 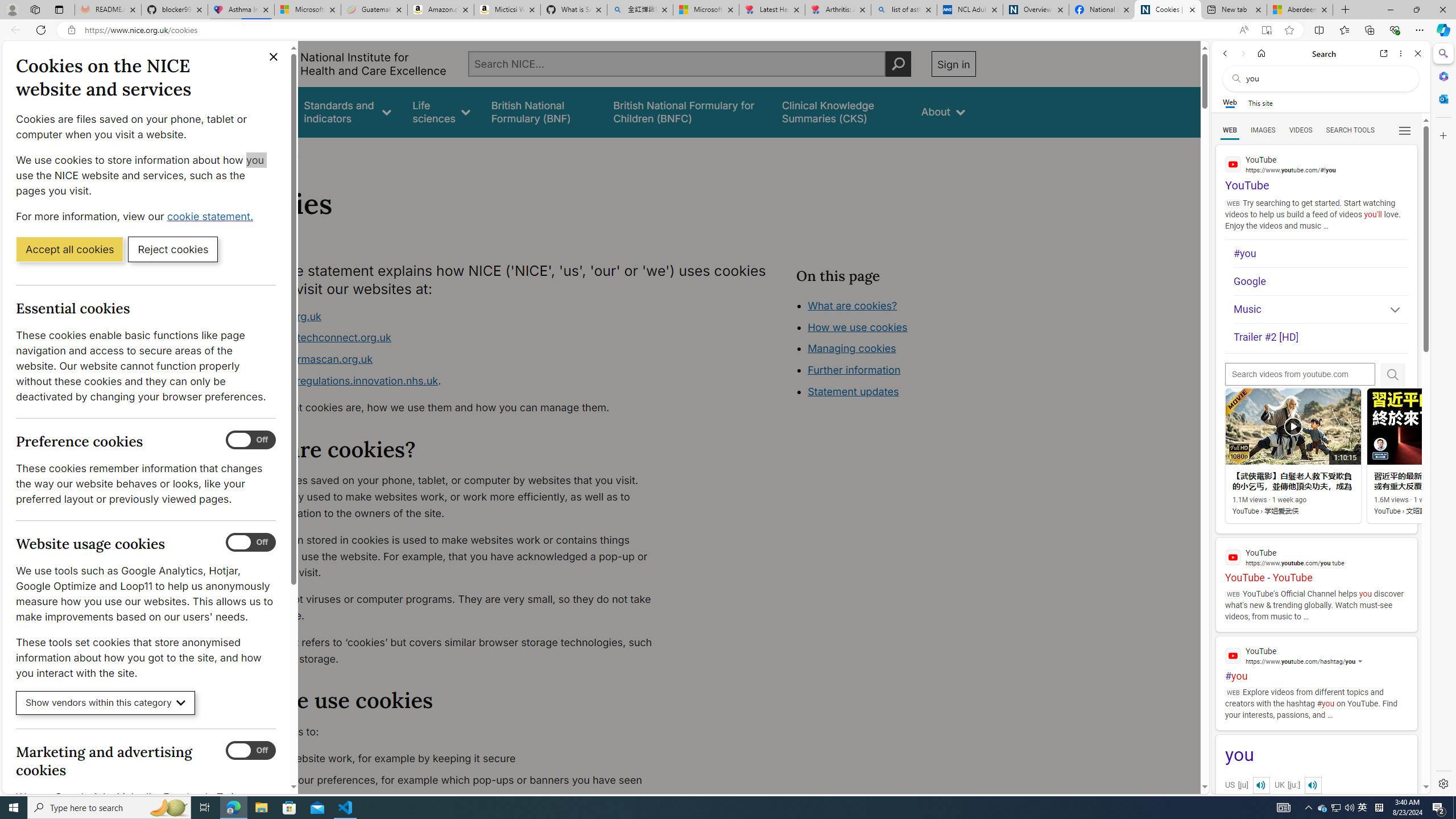 What do you see at coordinates (1266, 30) in the screenshot?
I see `'Enter Immersive Reader (F9)'` at bounding box center [1266, 30].